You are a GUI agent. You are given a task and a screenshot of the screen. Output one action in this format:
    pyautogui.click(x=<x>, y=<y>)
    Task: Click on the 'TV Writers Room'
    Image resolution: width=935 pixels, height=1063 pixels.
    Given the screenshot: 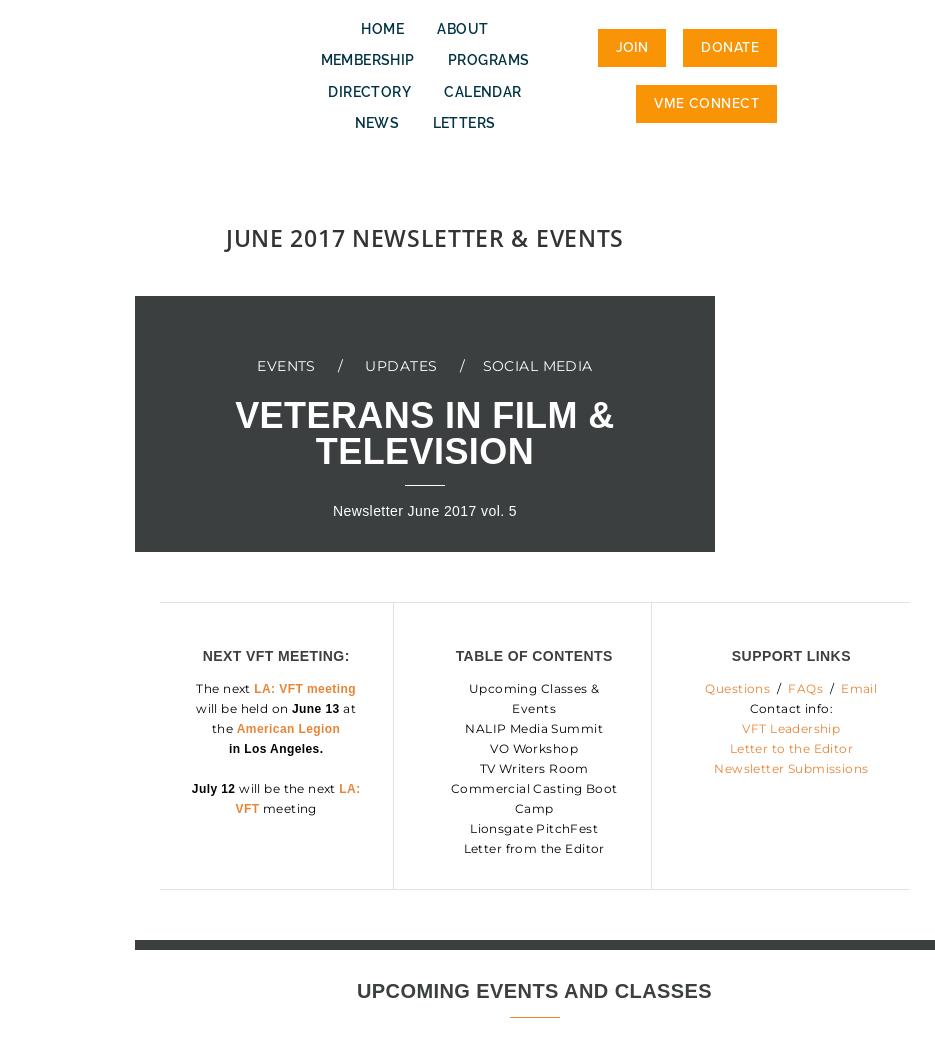 What is the action you would take?
    pyautogui.click(x=479, y=767)
    